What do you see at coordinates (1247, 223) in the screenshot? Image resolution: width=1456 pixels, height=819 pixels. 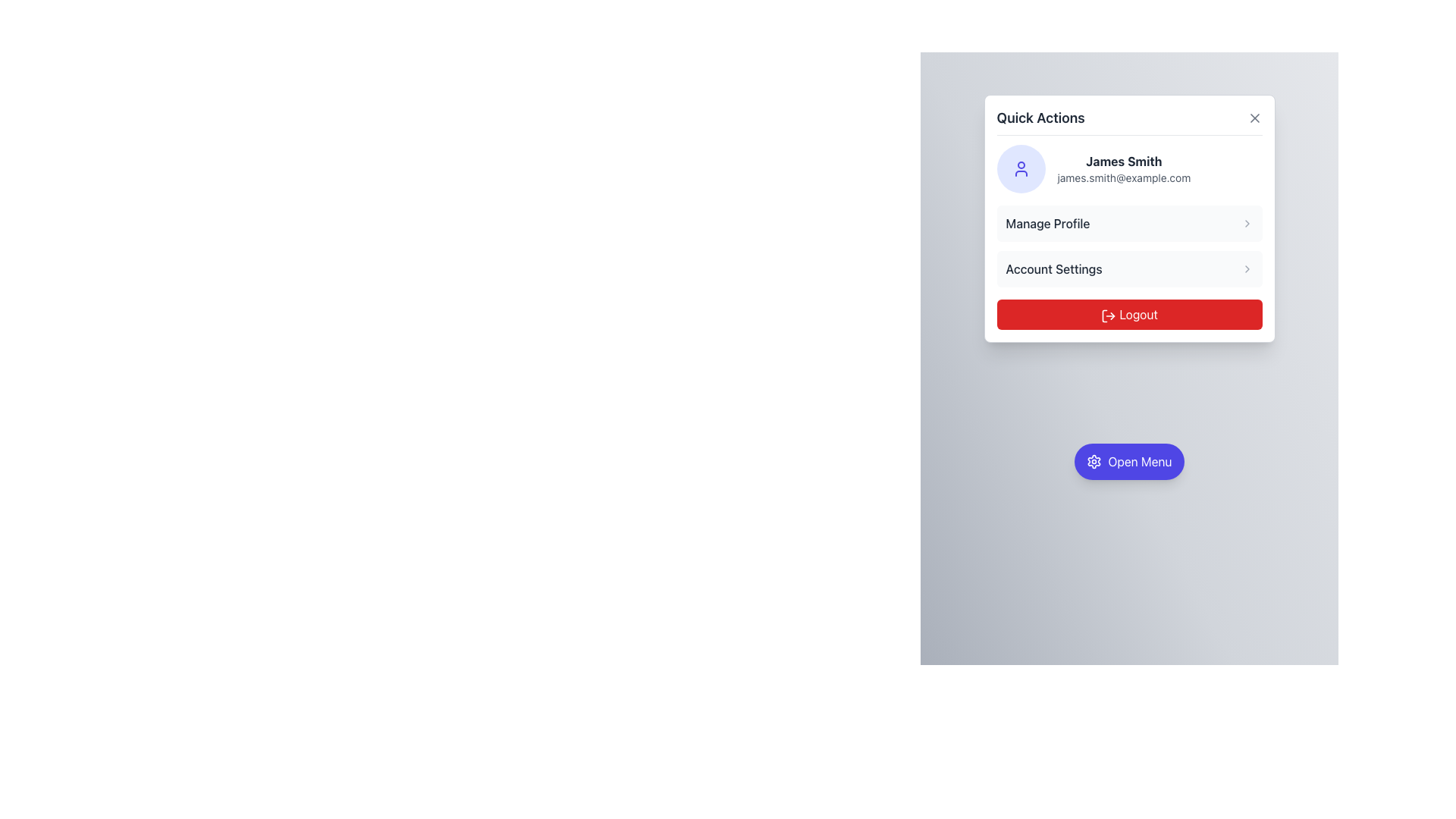 I see `the chevron icon located to the far right of the 'Manage Profile' menu item in the Quick Actions menu, indicating additional options or navigation` at bounding box center [1247, 223].